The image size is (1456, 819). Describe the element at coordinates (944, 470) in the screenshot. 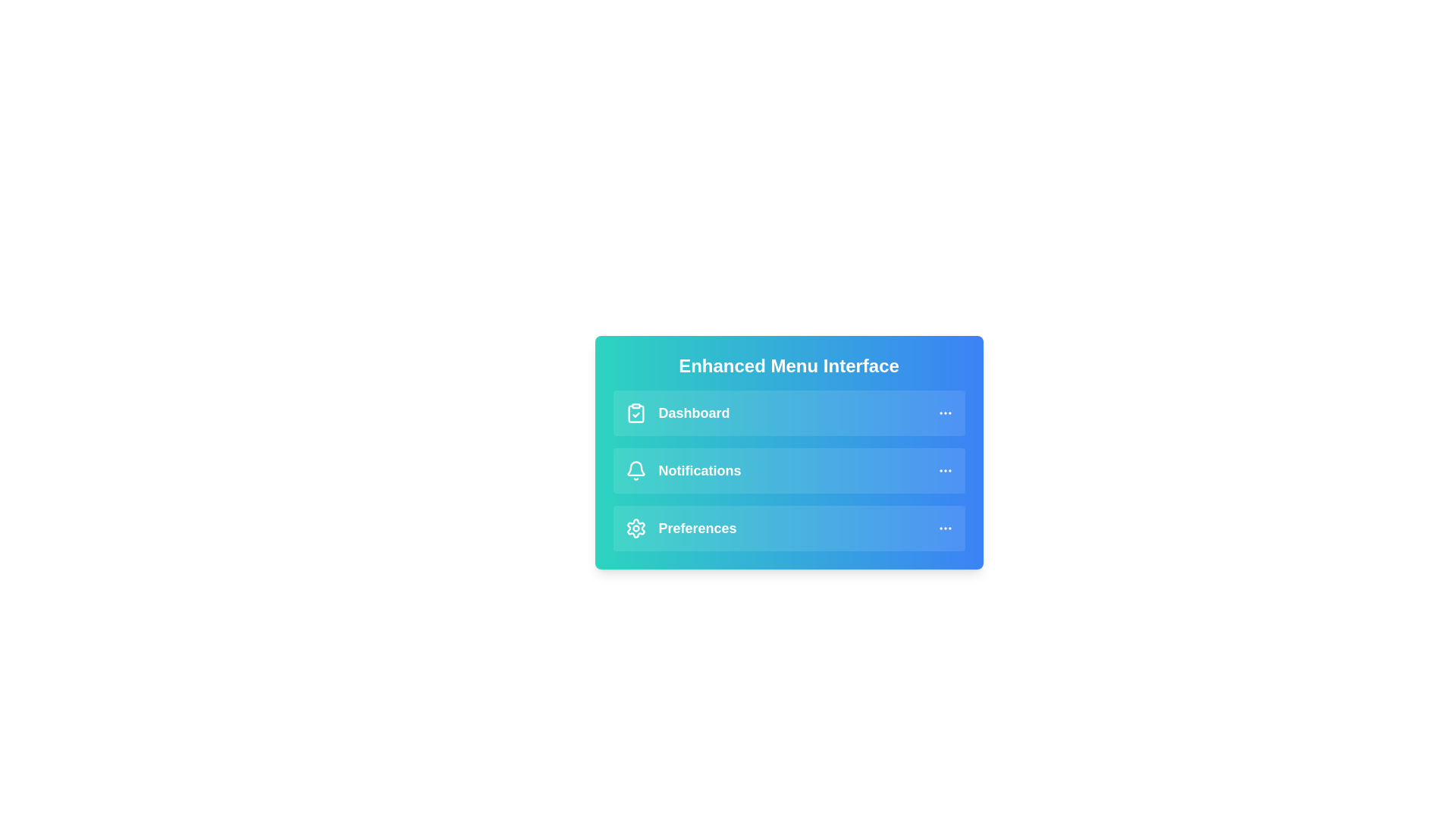

I see `the Menu toggle (ellipsis icon) located to the right of the 'Notifications' text` at that location.